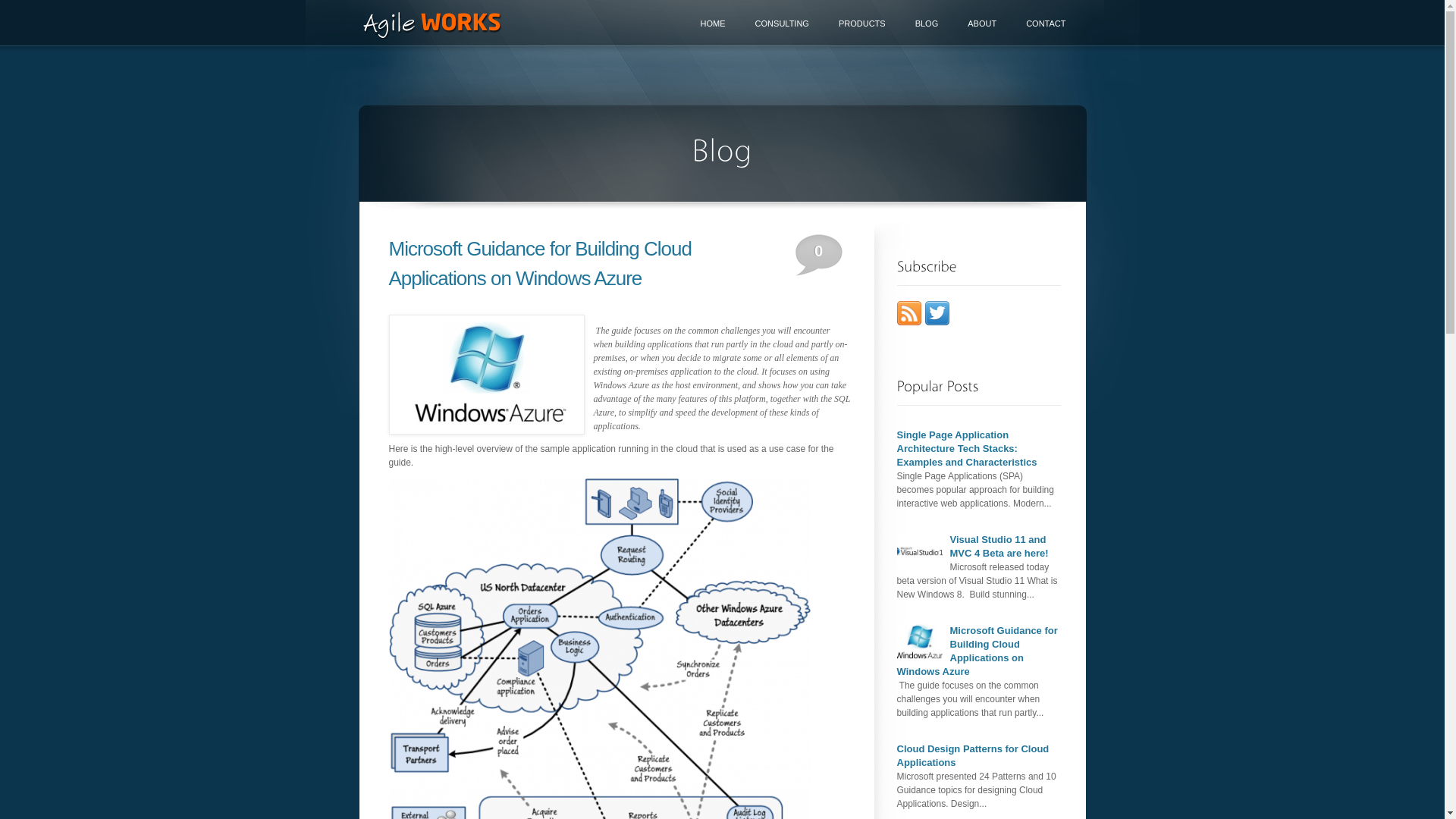  Describe the element at coordinates (937, 321) in the screenshot. I see `'Follow AndriySolovey on Twitter'` at that location.